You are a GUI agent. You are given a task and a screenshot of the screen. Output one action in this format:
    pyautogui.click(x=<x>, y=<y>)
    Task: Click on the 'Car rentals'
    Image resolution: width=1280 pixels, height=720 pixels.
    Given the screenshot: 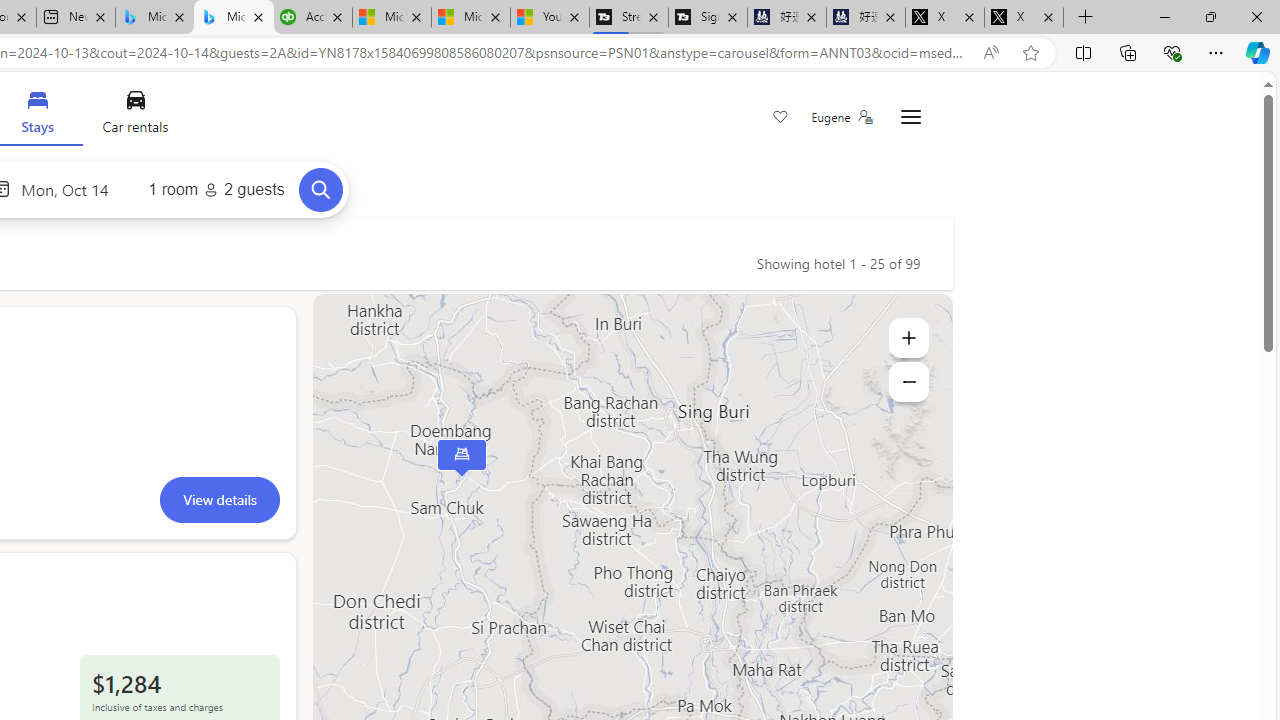 What is the action you would take?
    pyautogui.click(x=134, y=117)
    